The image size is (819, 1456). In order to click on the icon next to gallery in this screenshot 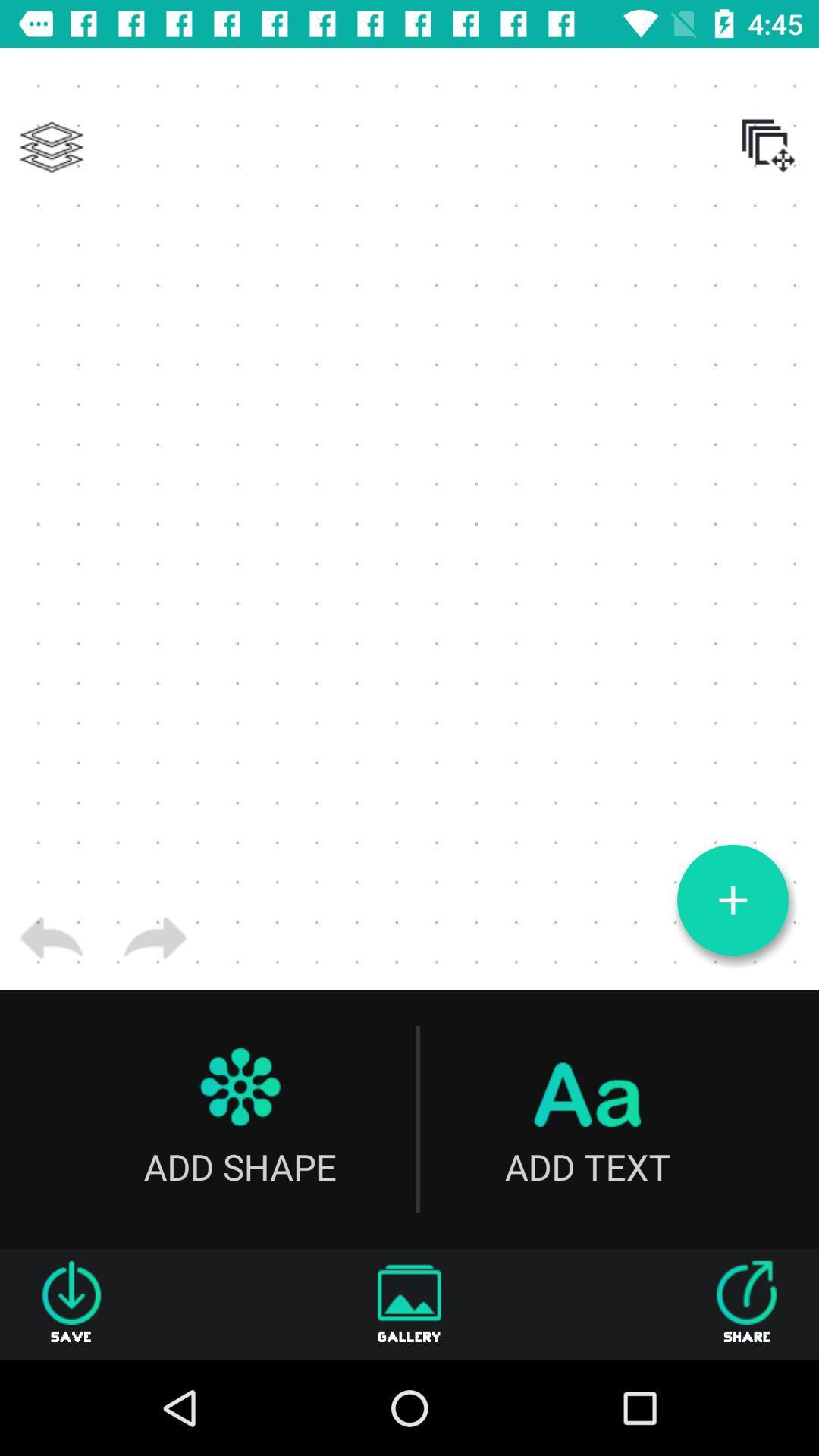, I will do `click(746, 1304)`.